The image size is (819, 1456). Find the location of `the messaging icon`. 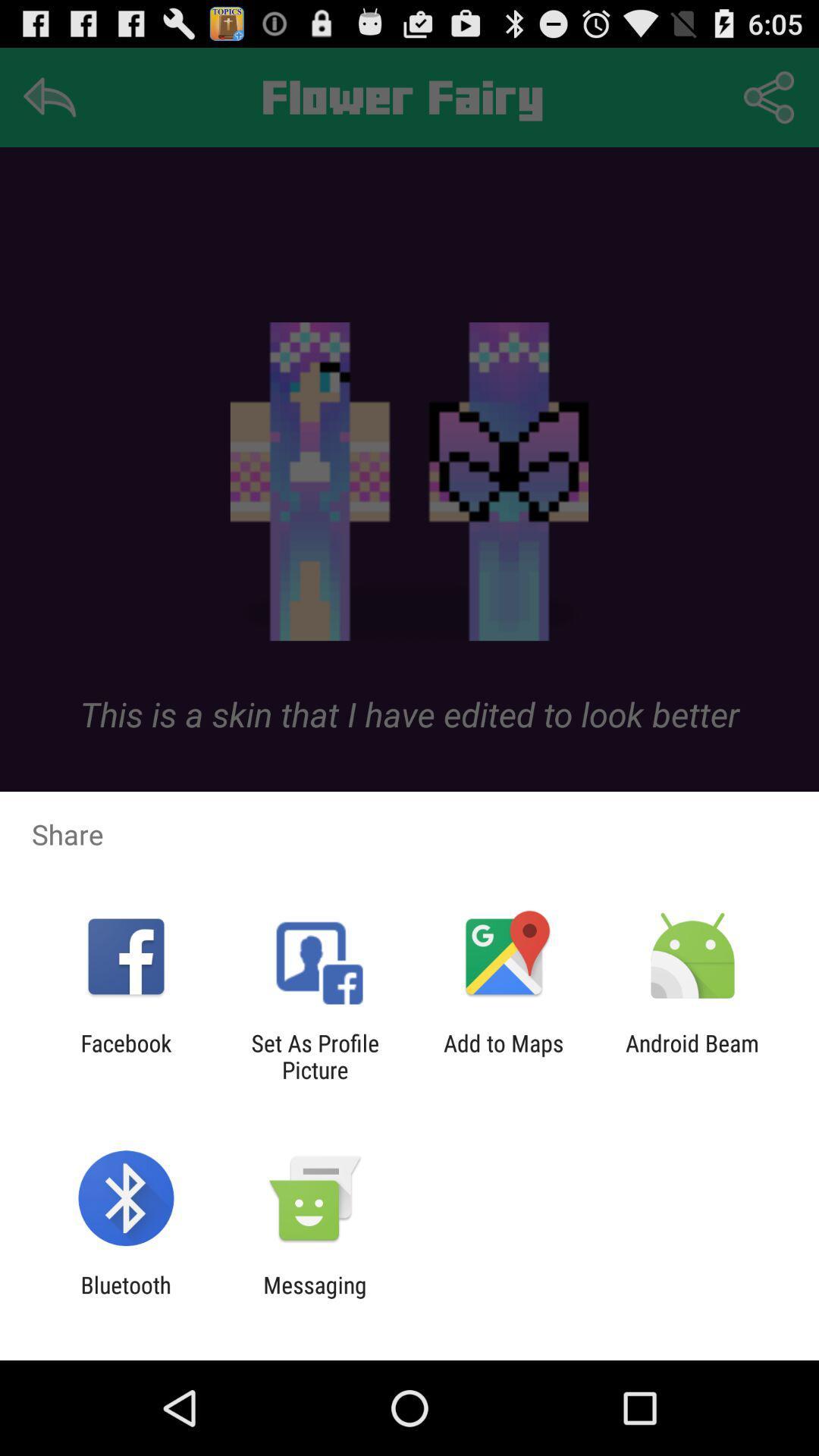

the messaging icon is located at coordinates (314, 1298).